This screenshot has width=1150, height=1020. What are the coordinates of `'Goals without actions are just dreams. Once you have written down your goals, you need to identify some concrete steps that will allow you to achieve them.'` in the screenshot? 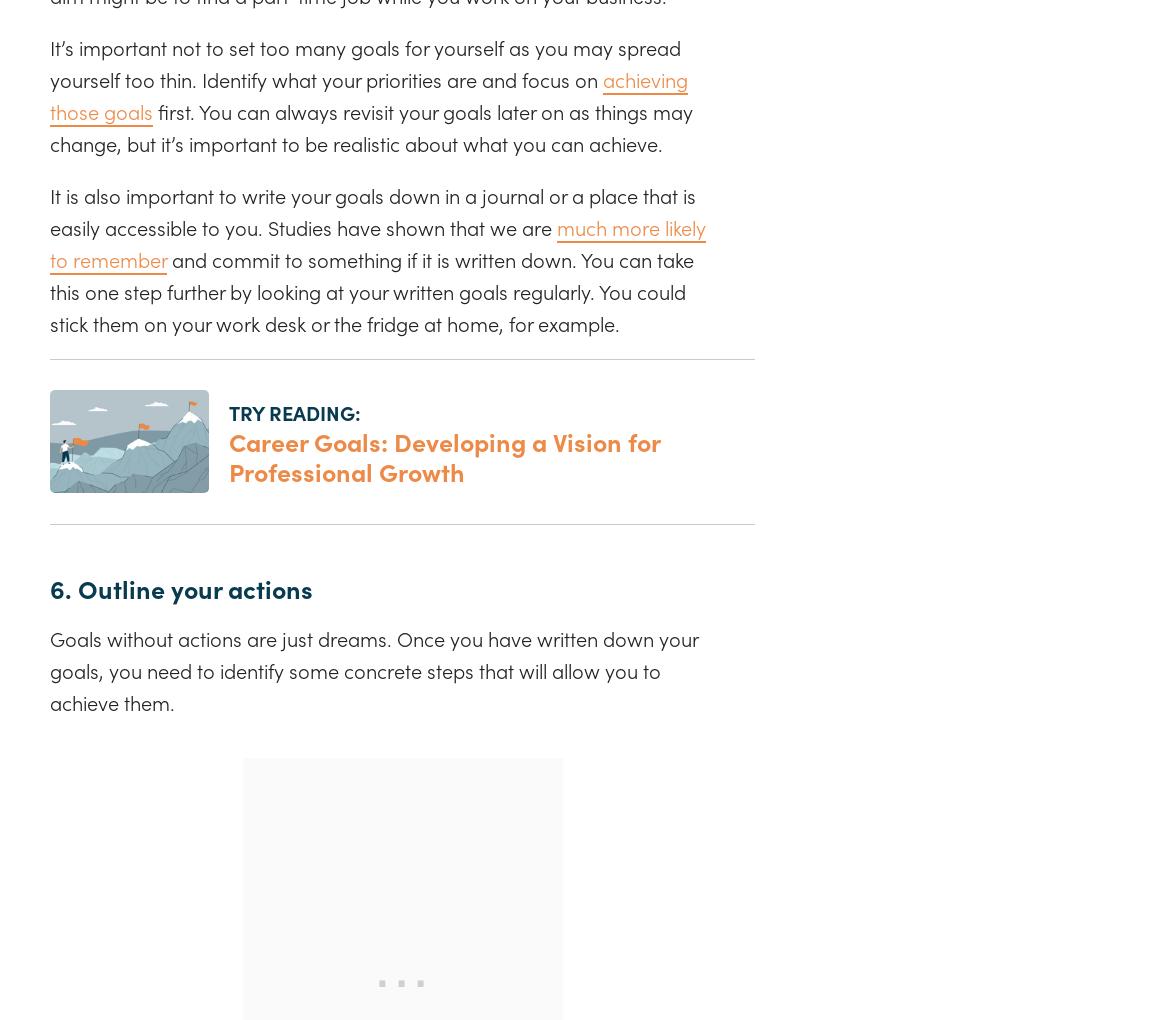 It's located at (373, 669).